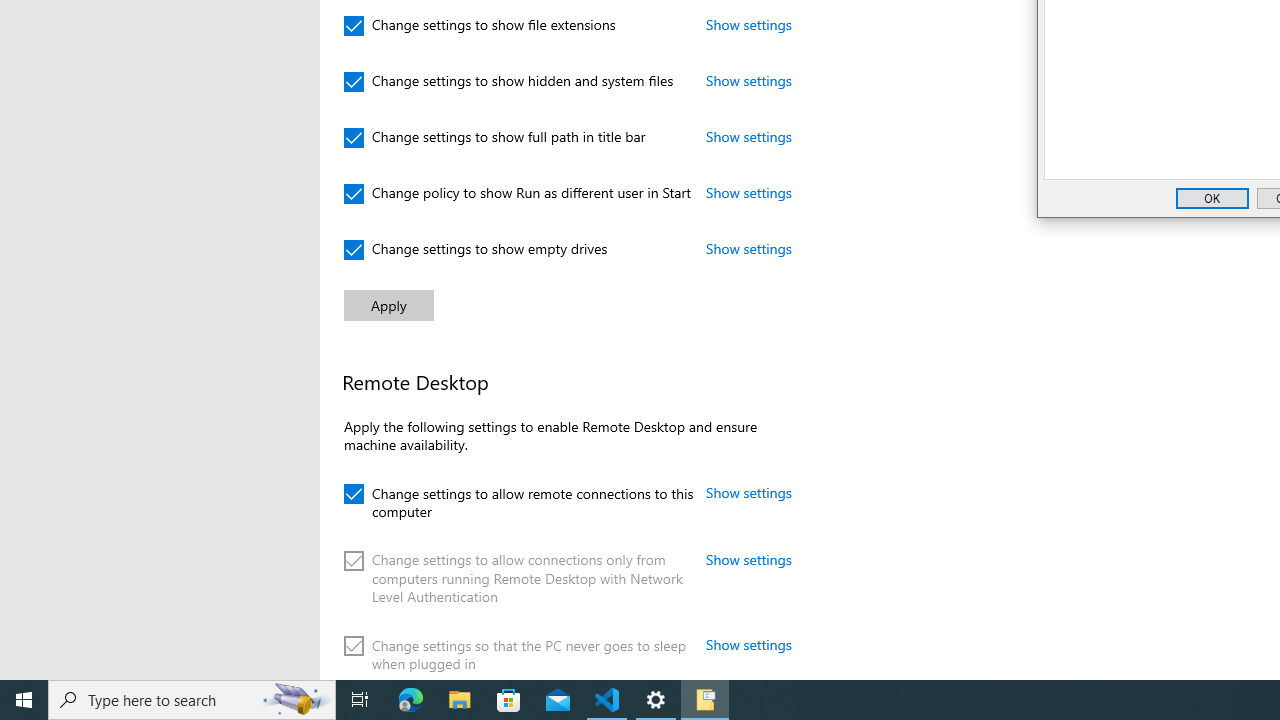 Image resolution: width=1280 pixels, height=720 pixels. I want to click on 'Task View', so click(359, 698).